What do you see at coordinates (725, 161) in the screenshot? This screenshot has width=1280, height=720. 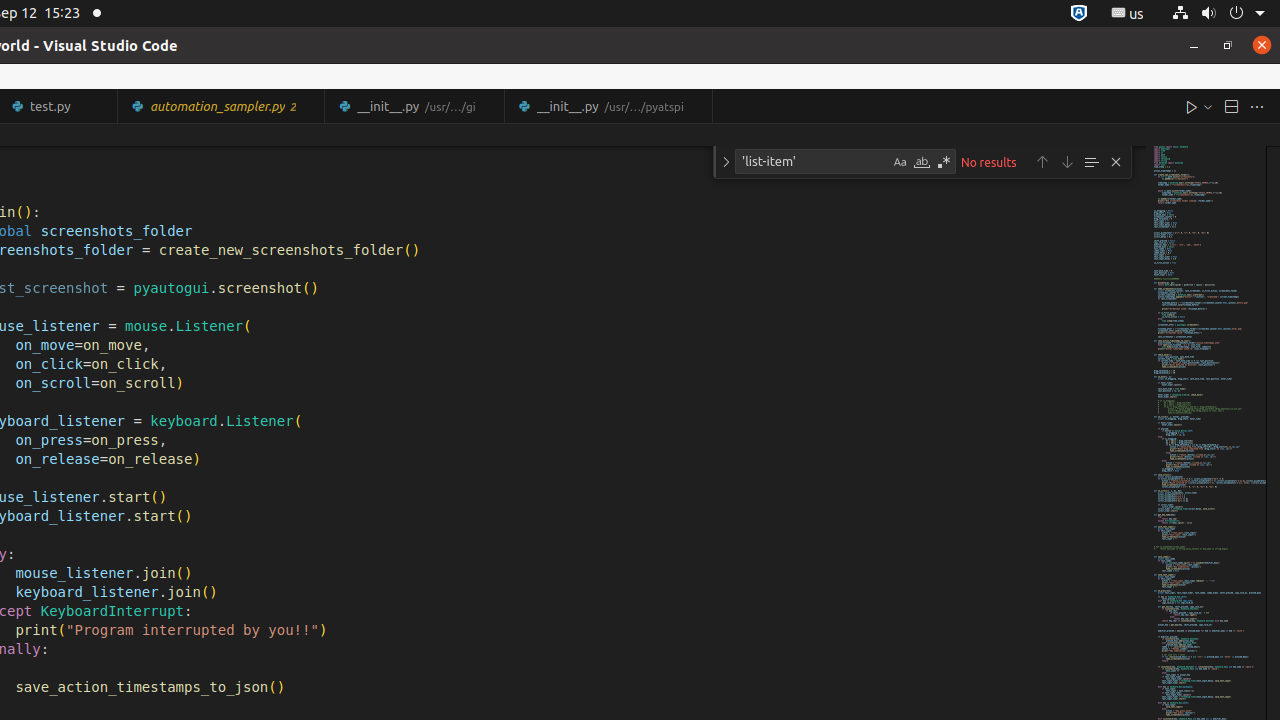 I see `'Toggle Replace'` at bounding box center [725, 161].